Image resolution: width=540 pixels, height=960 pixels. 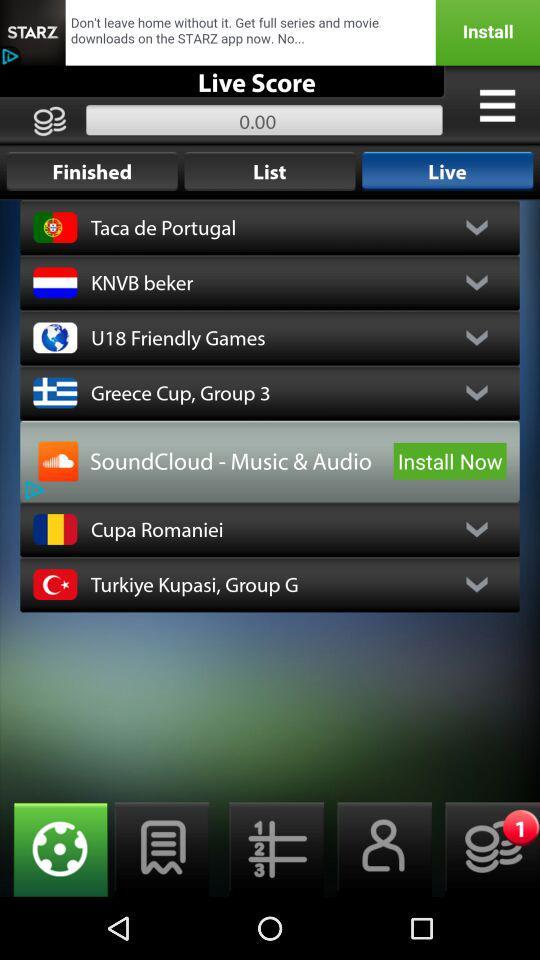 I want to click on the avatar icon, so click(x=378, y=909).